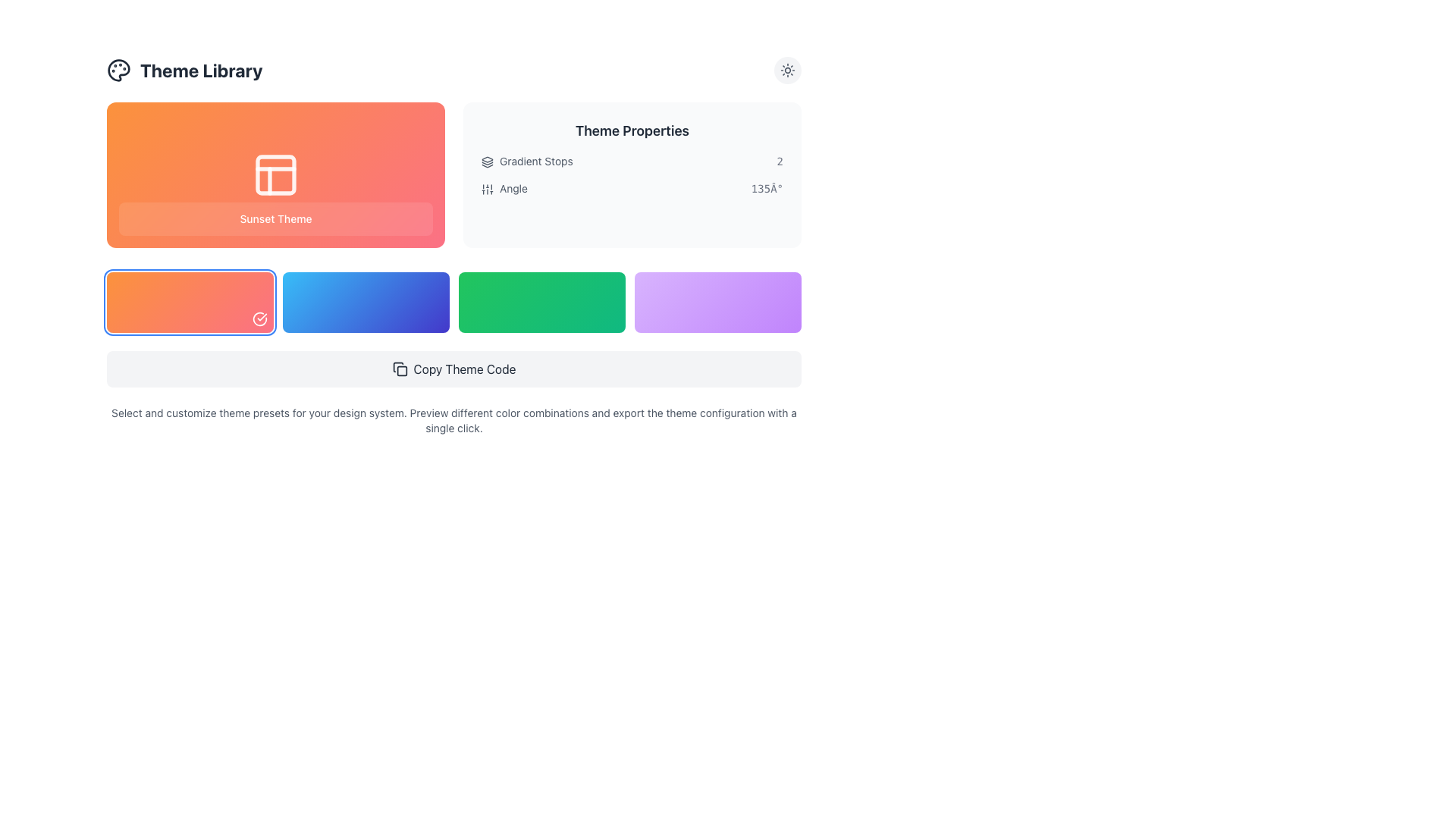 The height and width of the screenshot is (819, 1456). Describe the element at coordinates (632, 174) in the screenshot. I see `the Informational panel within the 'Theme Properties' section` at that location.